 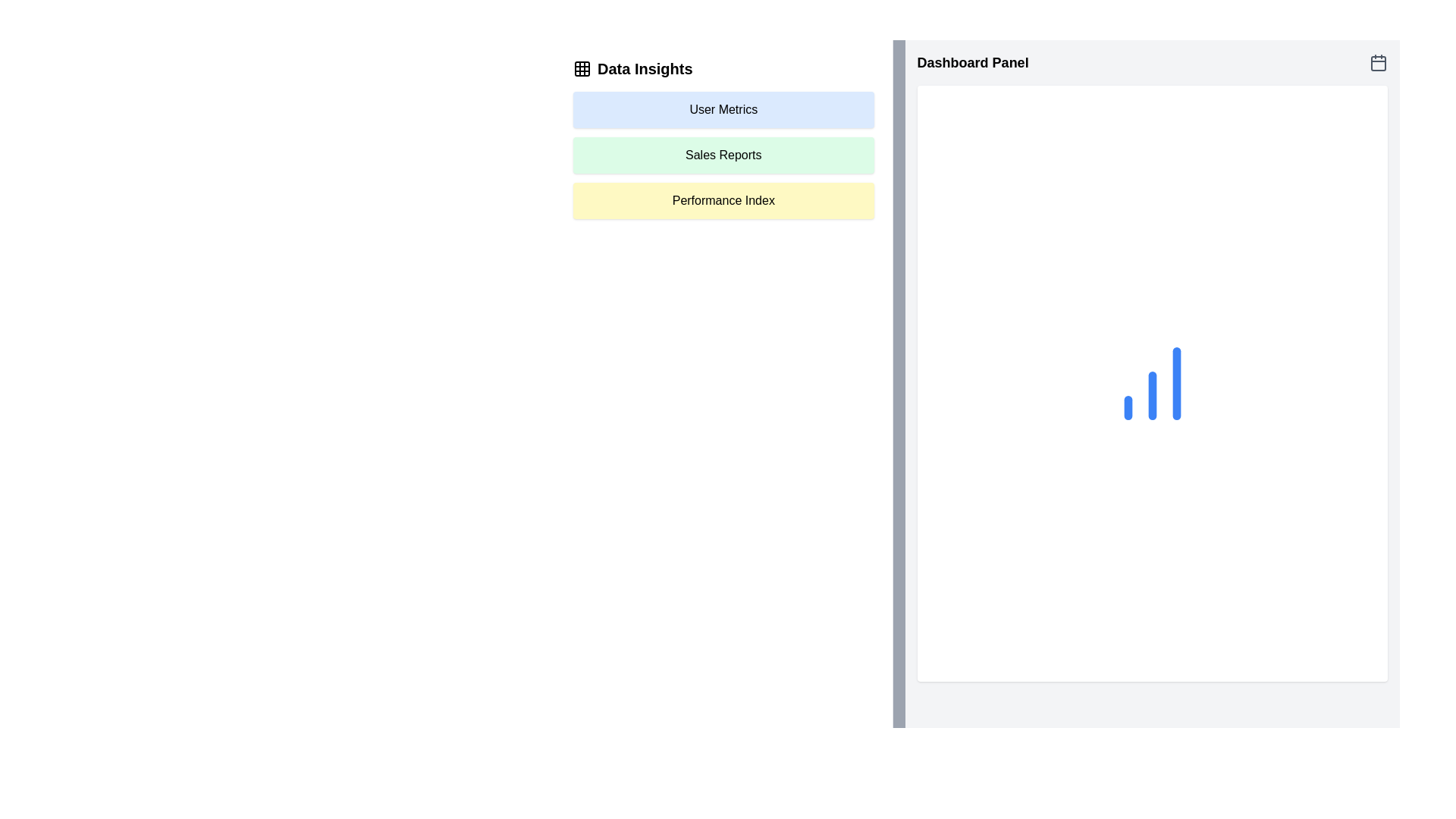 What do you see at coordinates (1379, 63) in the screenshot?
I see `the background shape inside the calendar icon located at the top-right corner of the interface` at bounding box center [1379, 63].